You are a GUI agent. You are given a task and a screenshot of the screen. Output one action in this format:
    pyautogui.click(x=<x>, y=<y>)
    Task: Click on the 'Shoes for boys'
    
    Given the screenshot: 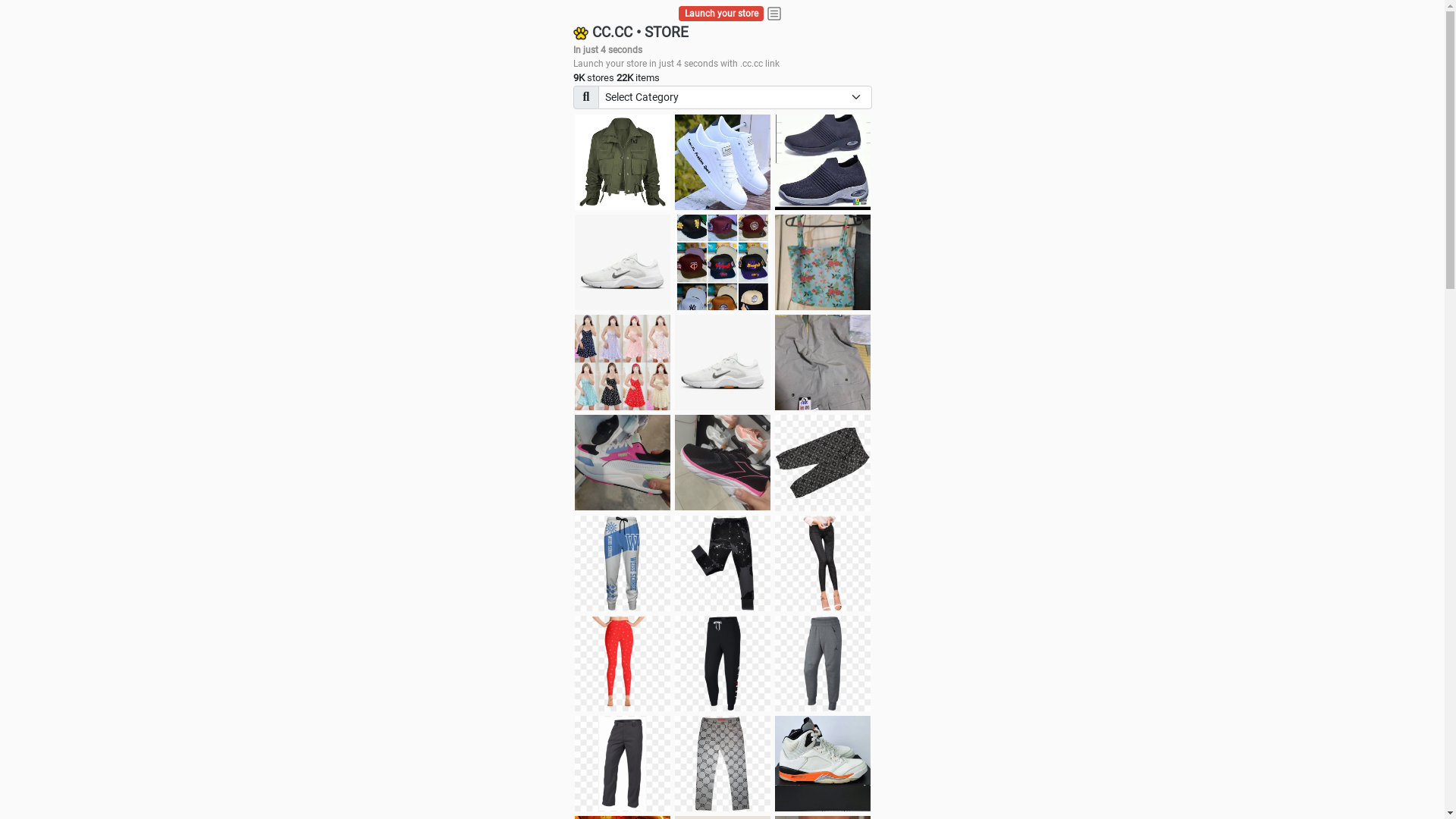 What is the action you would take?
    pyautogui.click(x=622, y=262)
    